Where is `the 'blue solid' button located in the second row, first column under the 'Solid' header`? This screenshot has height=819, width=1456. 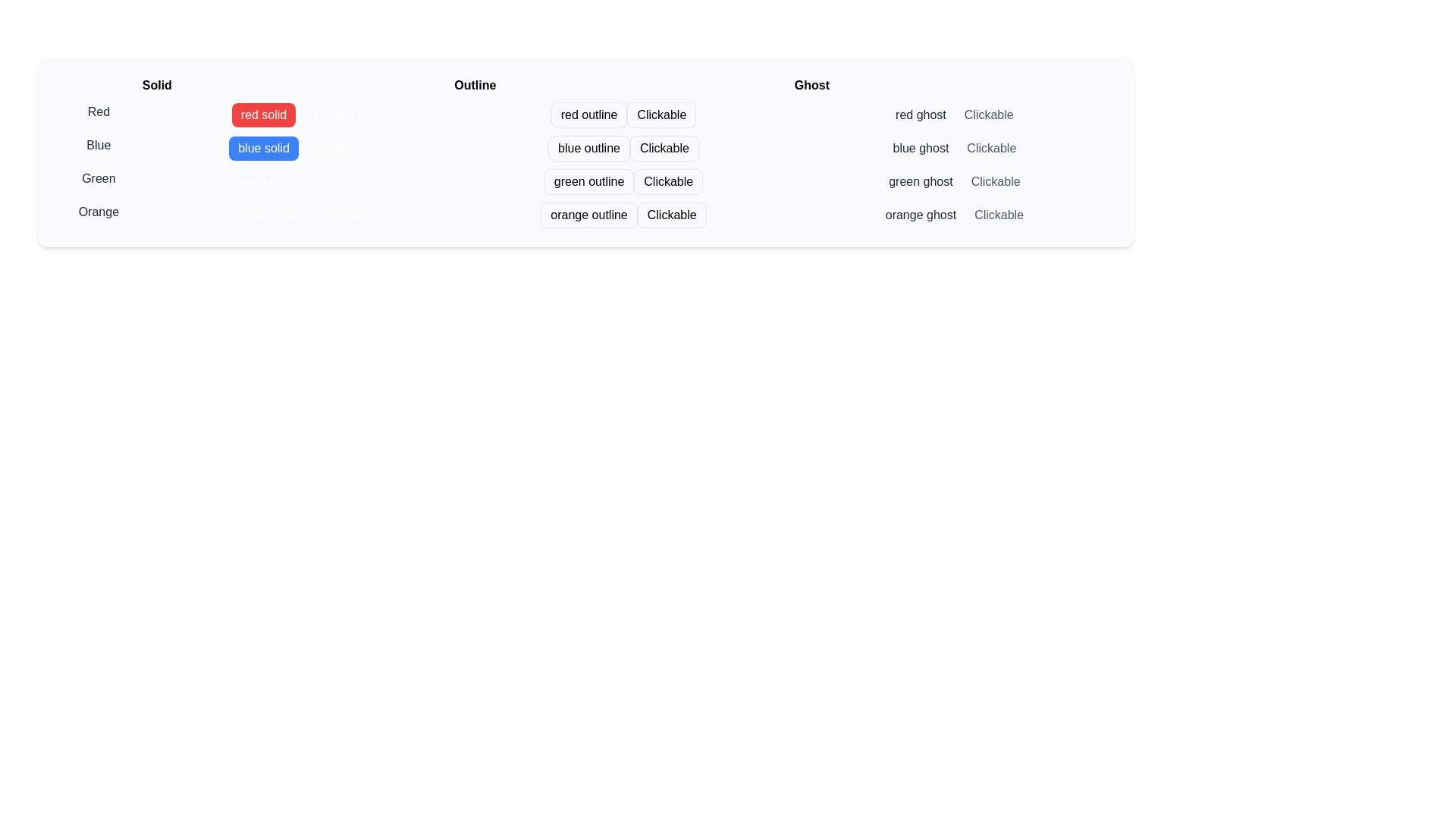 the 'blue solid' button located in the second row, first column under the 'Solid' header is located at coordinates (297, 146).